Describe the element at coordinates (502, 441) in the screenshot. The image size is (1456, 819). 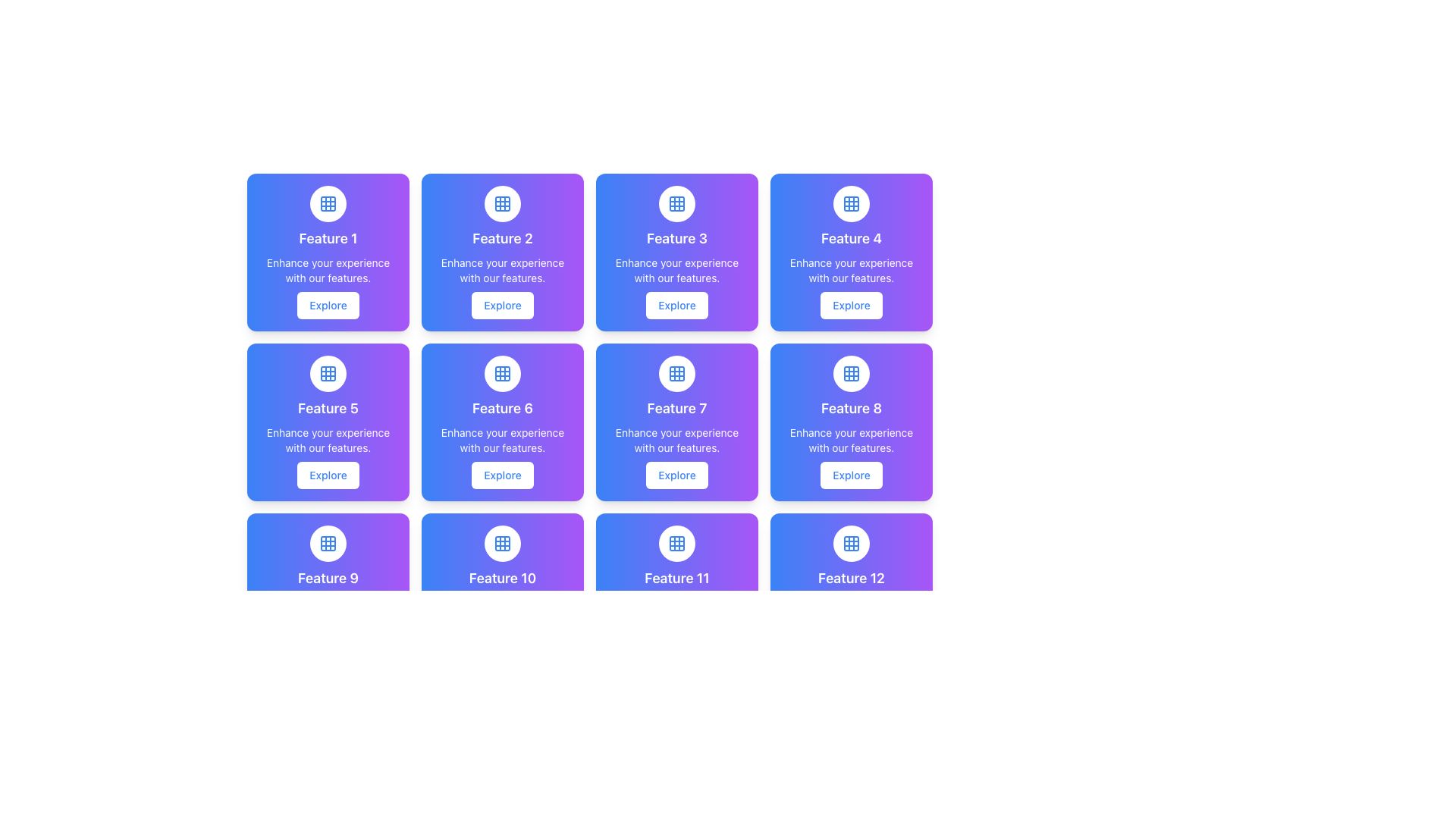
I see `the descriptive text located in the sixth card labeled 'Feature 6', positioned below the heading 'Feature 6' and above the 'Explore' button` at that location.